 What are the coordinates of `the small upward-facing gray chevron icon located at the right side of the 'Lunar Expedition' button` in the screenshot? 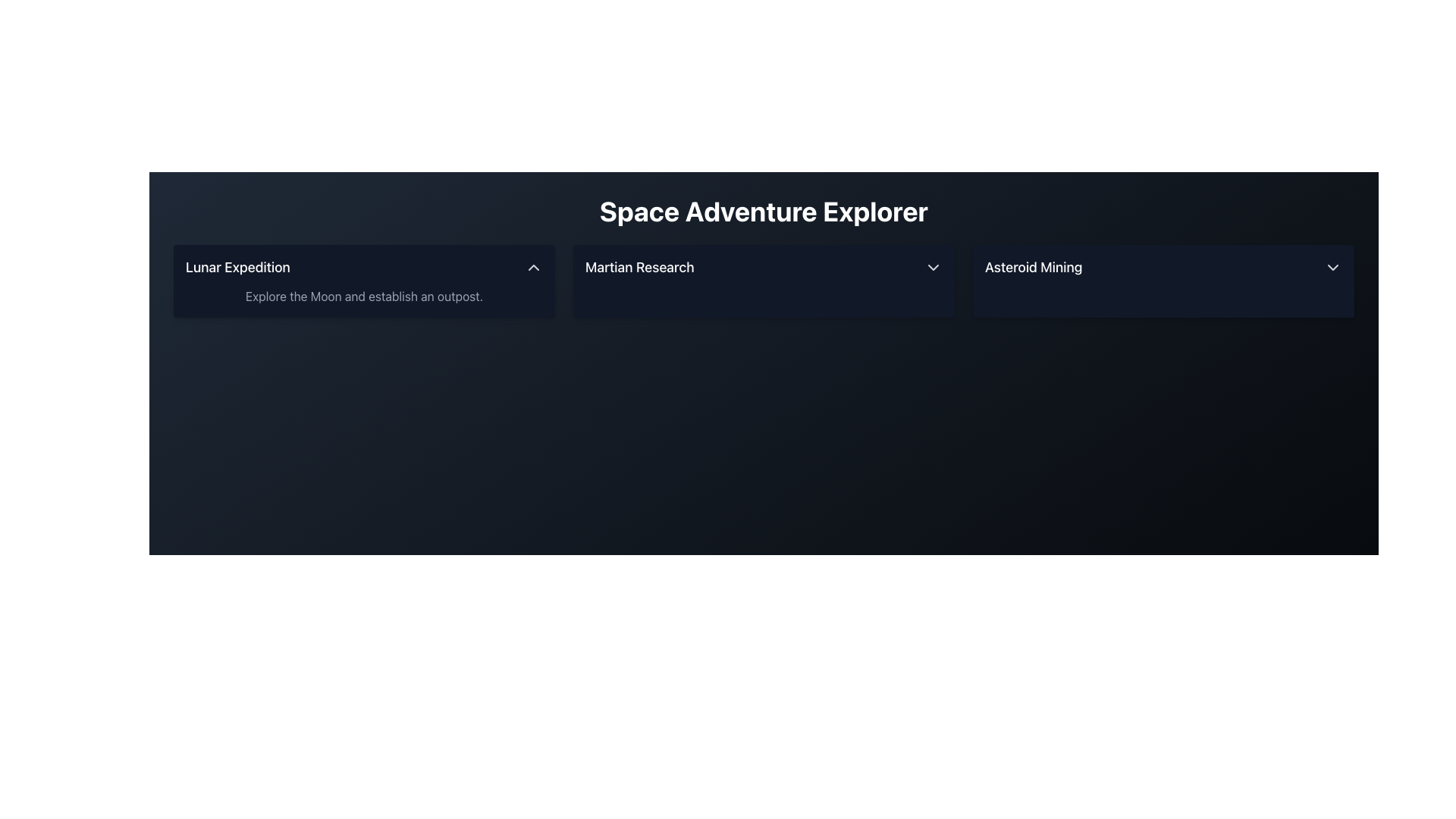 It's located at (534, 267).